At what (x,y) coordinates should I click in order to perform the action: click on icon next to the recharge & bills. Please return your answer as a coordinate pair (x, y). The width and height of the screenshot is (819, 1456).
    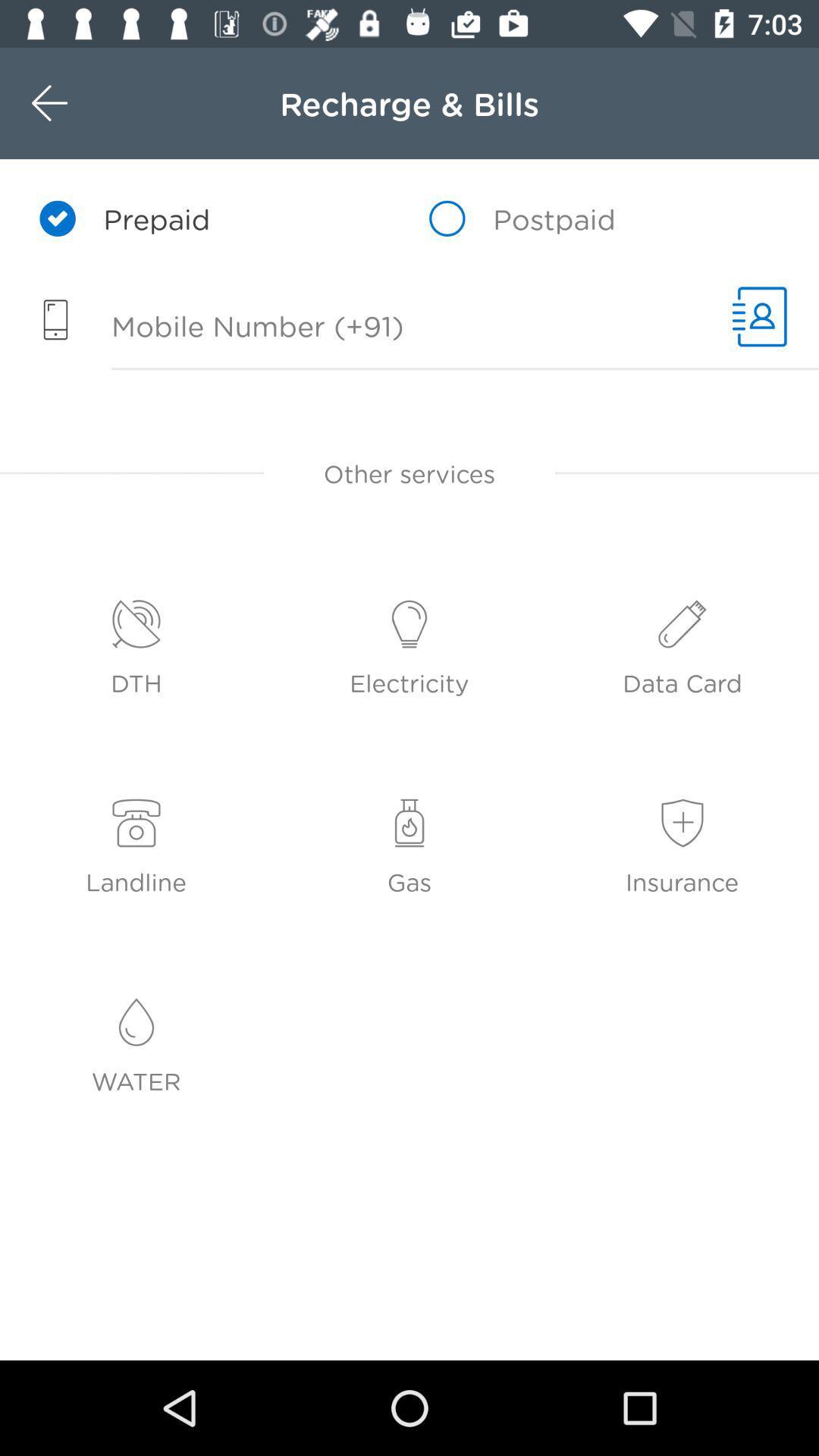
    Looking at the image, I should click on (82, 102).